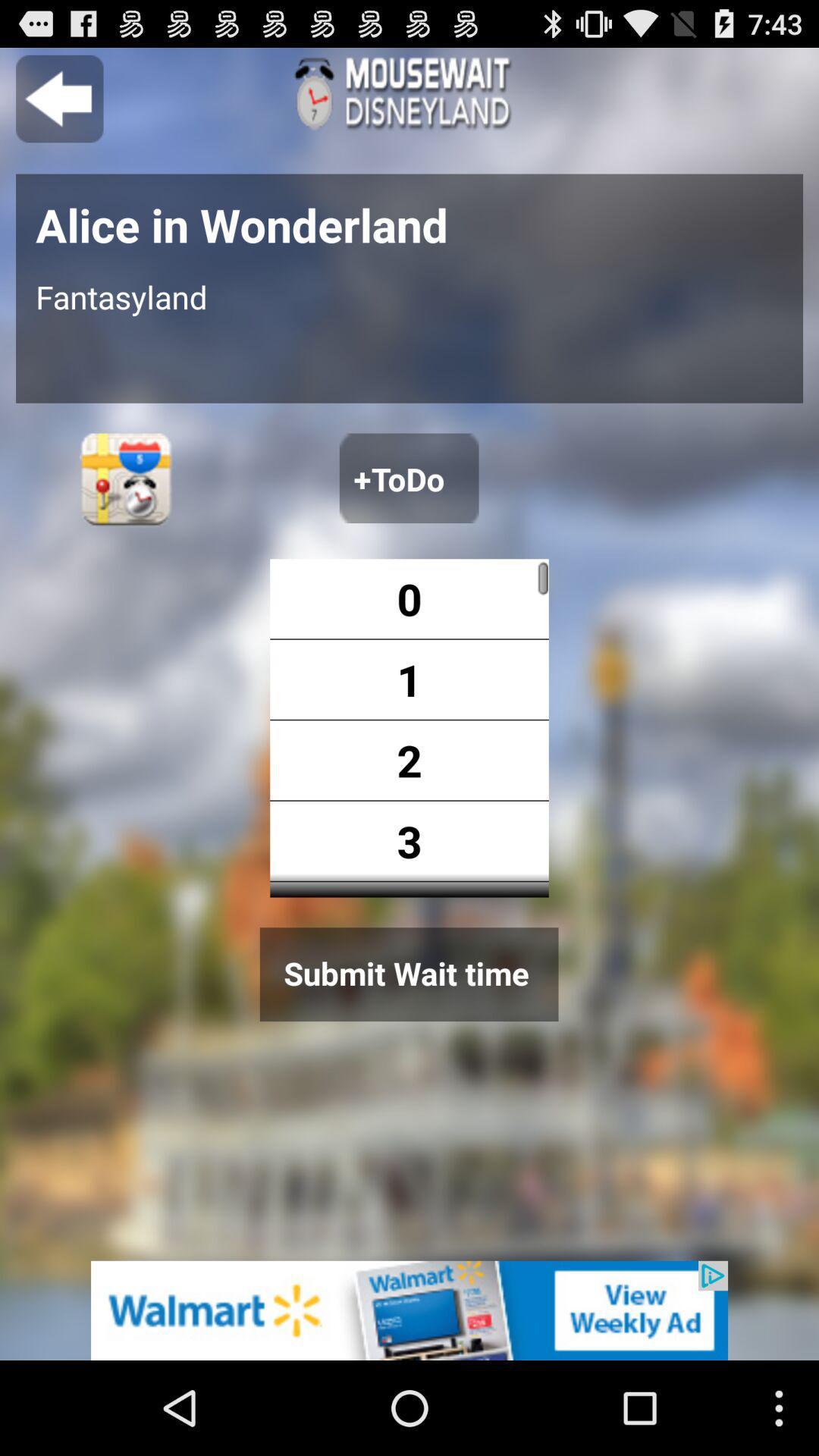  Describe the element at coordinates (408, 974) in the screenshot. I see `submit option` at that location.